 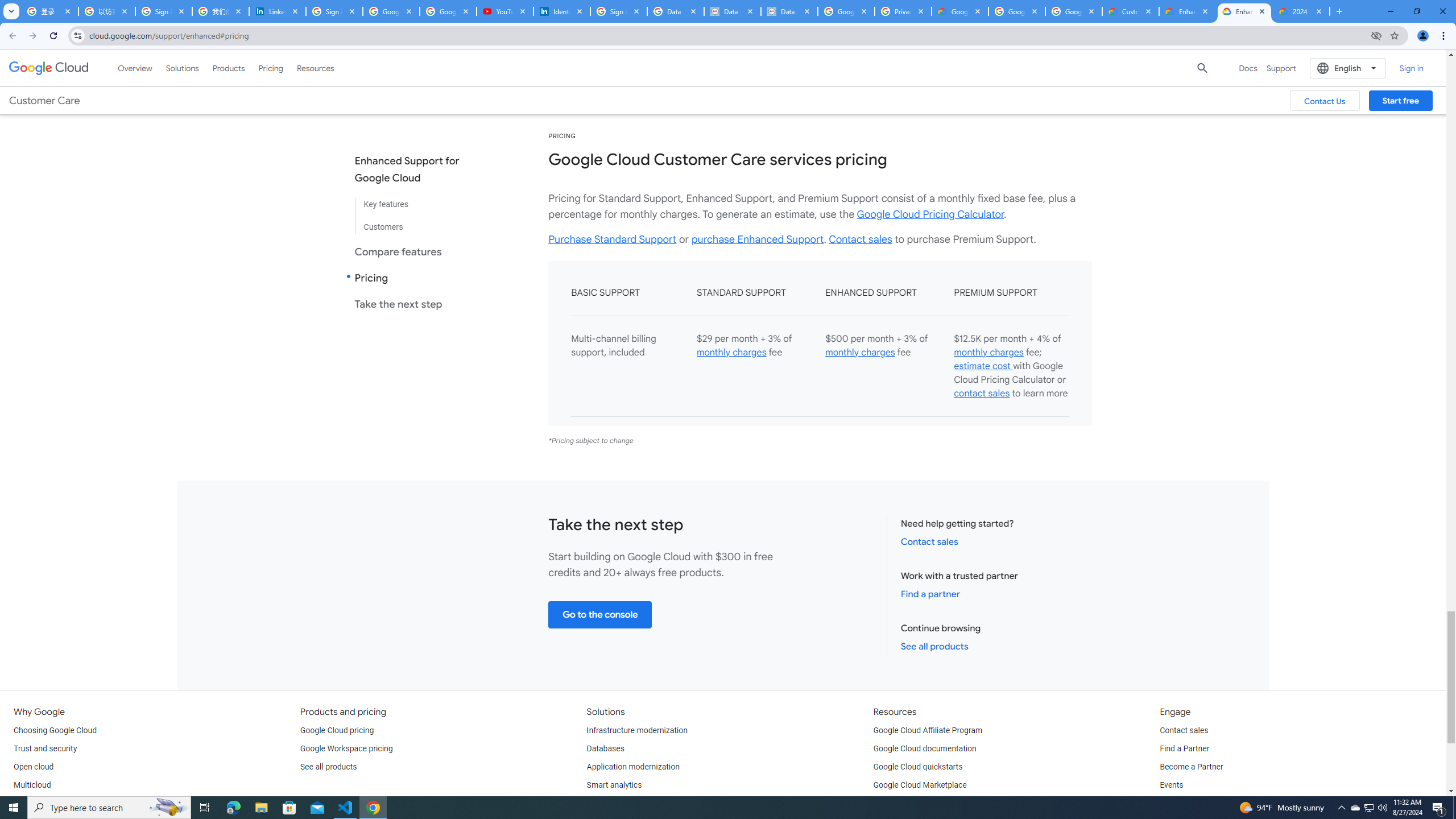 I want to click on 'Databases', so click(x=605, y=748).